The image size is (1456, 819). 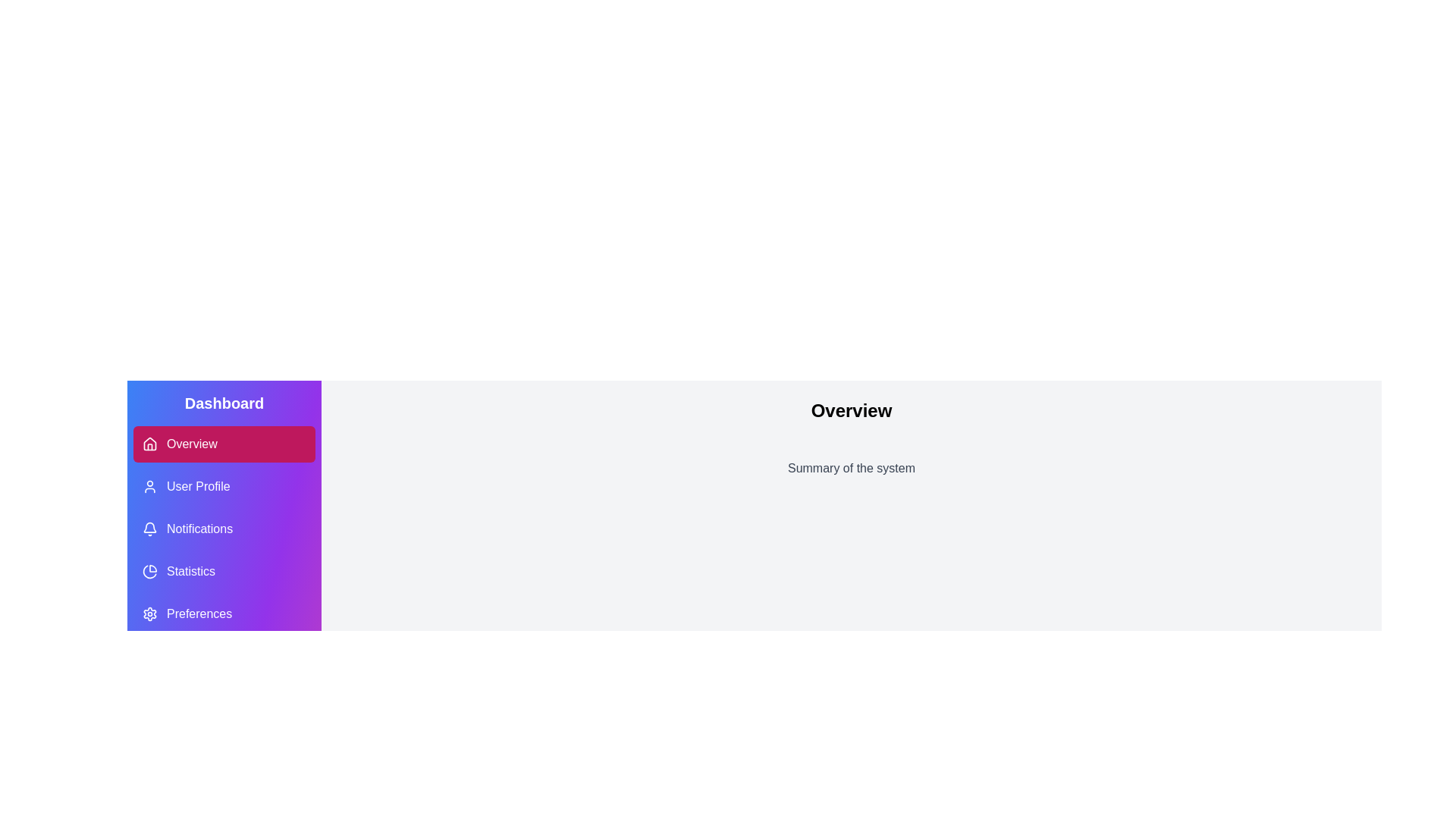 I want to click on the gear icon located in the left navigation bar under the 'Preferences' label, so click(x=149, y=614).